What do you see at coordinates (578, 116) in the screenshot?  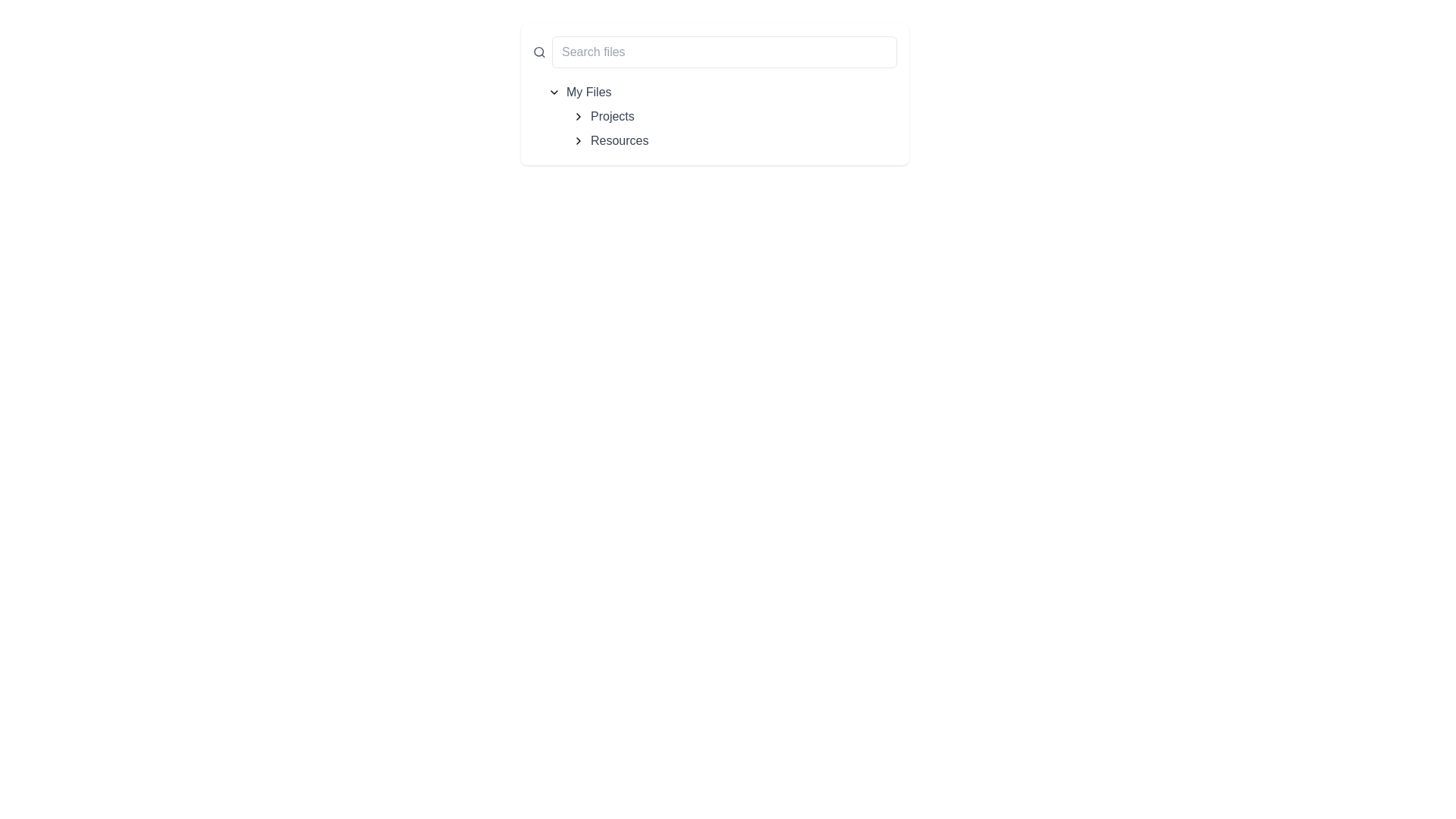 I see `the chevron right icon` at bounding box center [578, 116].